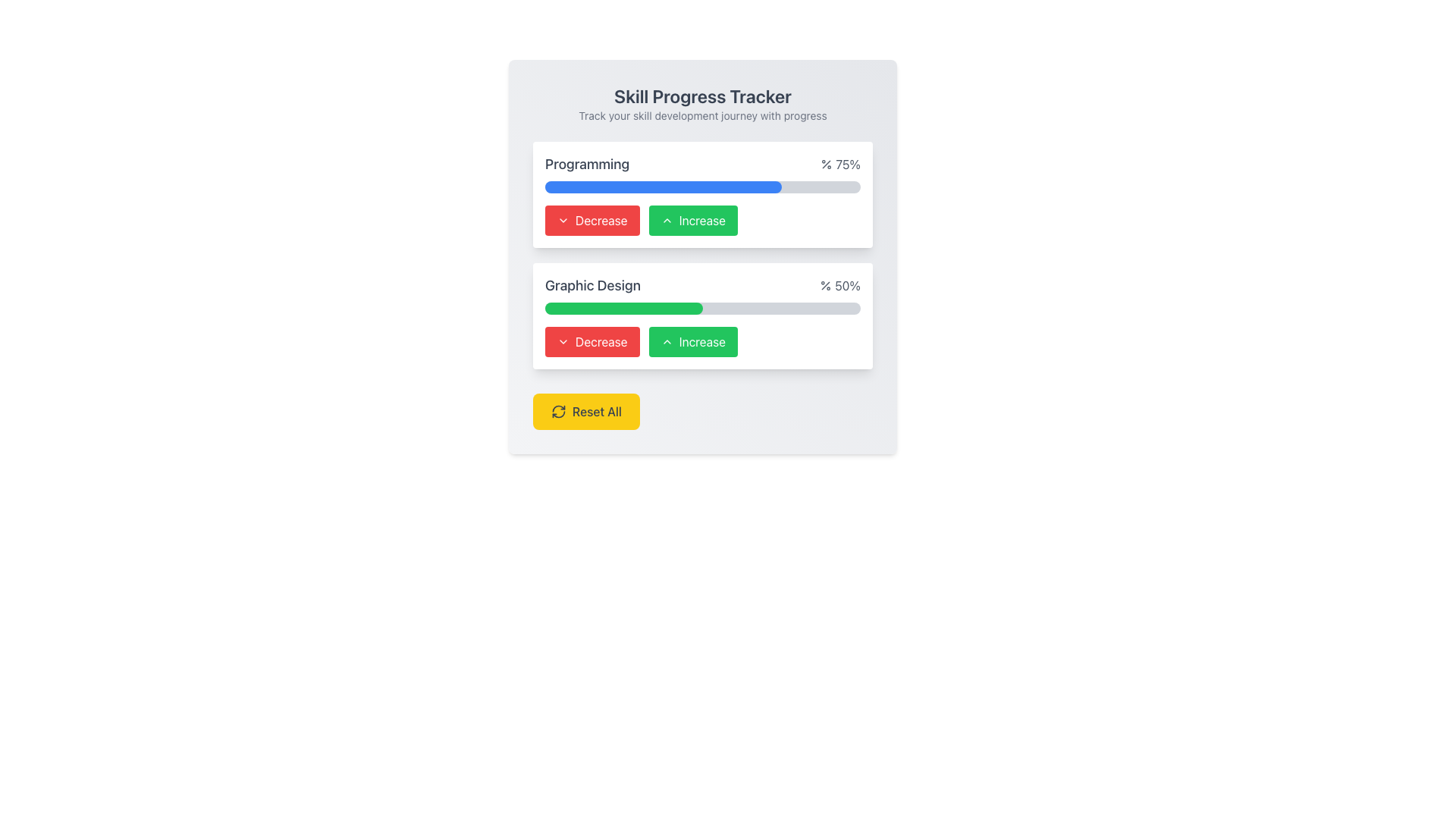 The height and width of the screenshot is (819, 1456). What do you see at coordinates (826, 164) in the screenshot?
I see `the icon that visually complements the text percentage '75%' in the 'Programming' skill row, positioned to the left of the numerical value` at bounding box center [826, 164].